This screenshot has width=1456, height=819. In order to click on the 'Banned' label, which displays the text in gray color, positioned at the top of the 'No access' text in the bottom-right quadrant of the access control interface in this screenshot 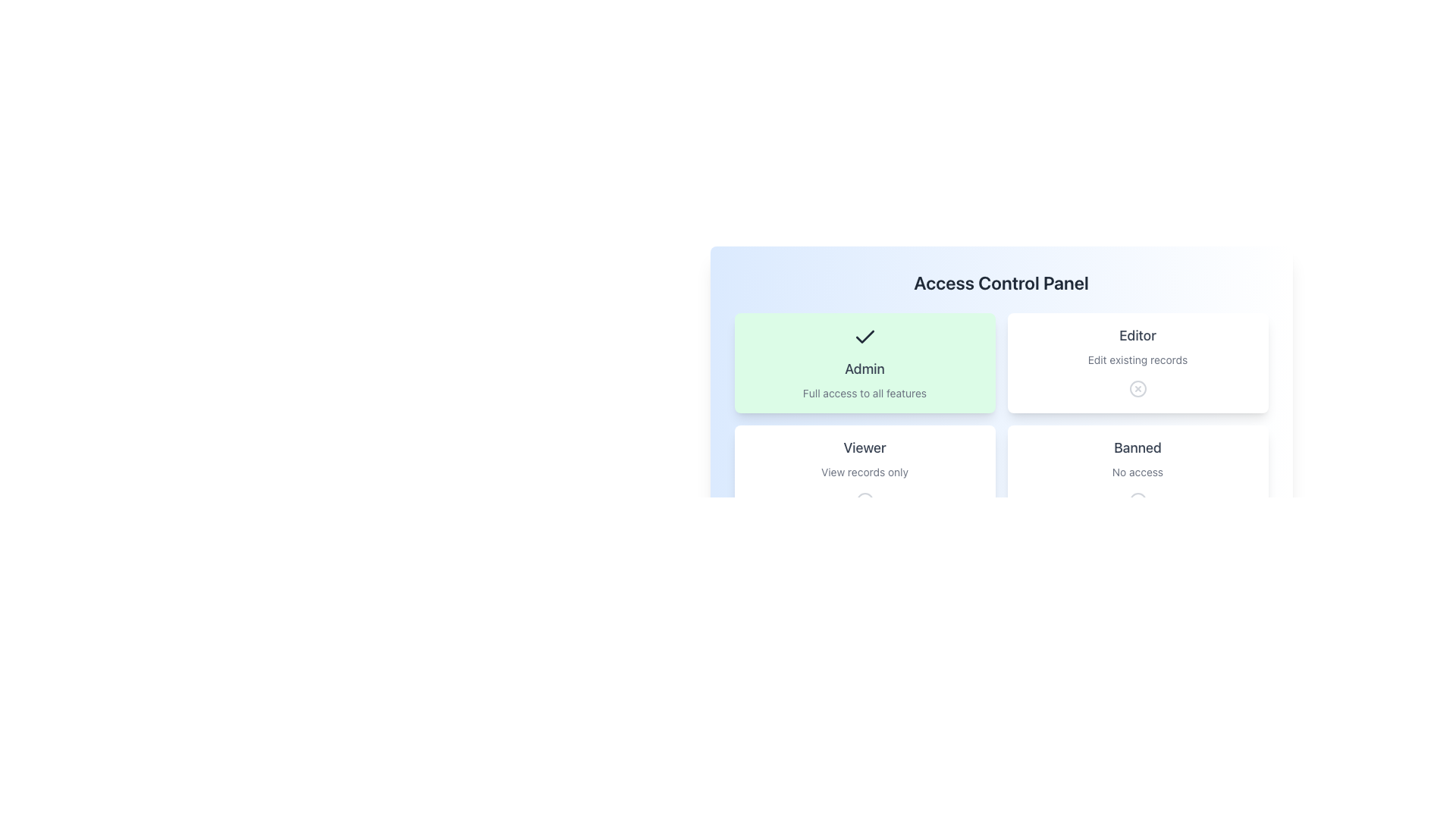, I will do `click(1137, 447)`.